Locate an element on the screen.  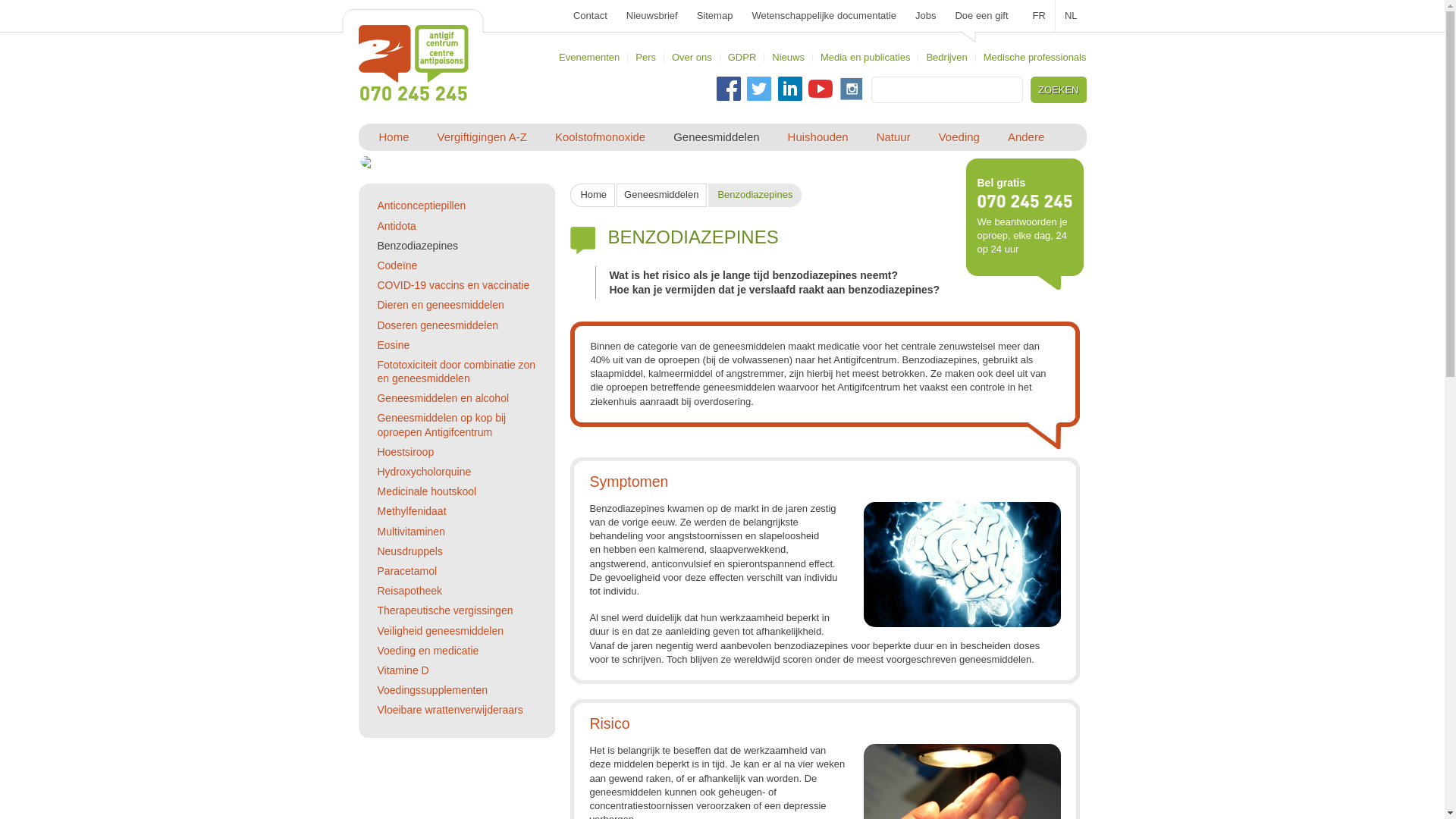
'Nieuws' is located at coordinates (788, 56).